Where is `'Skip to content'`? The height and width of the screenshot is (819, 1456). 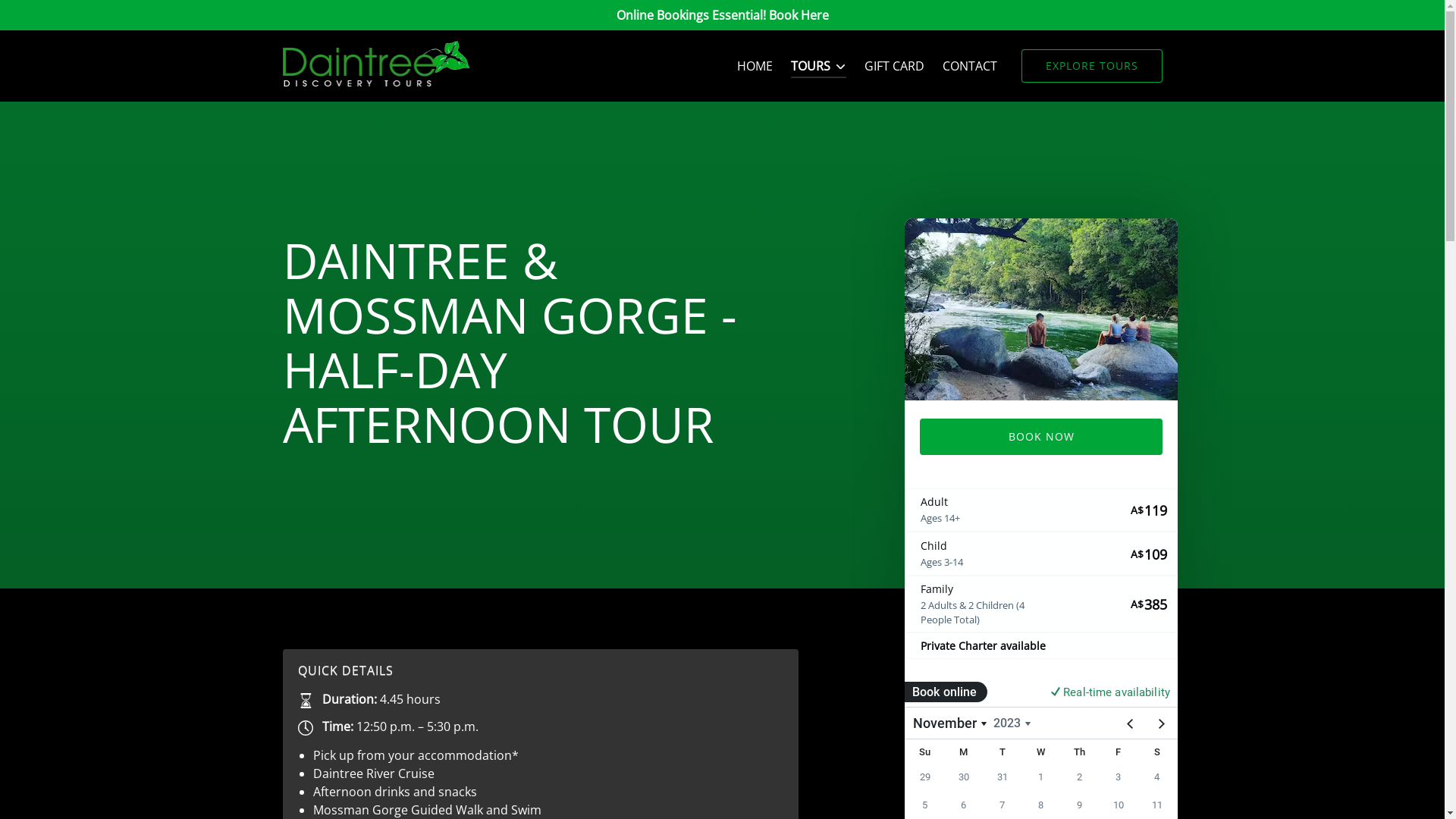 'Skip to content' is located at coordinates (51, 17).